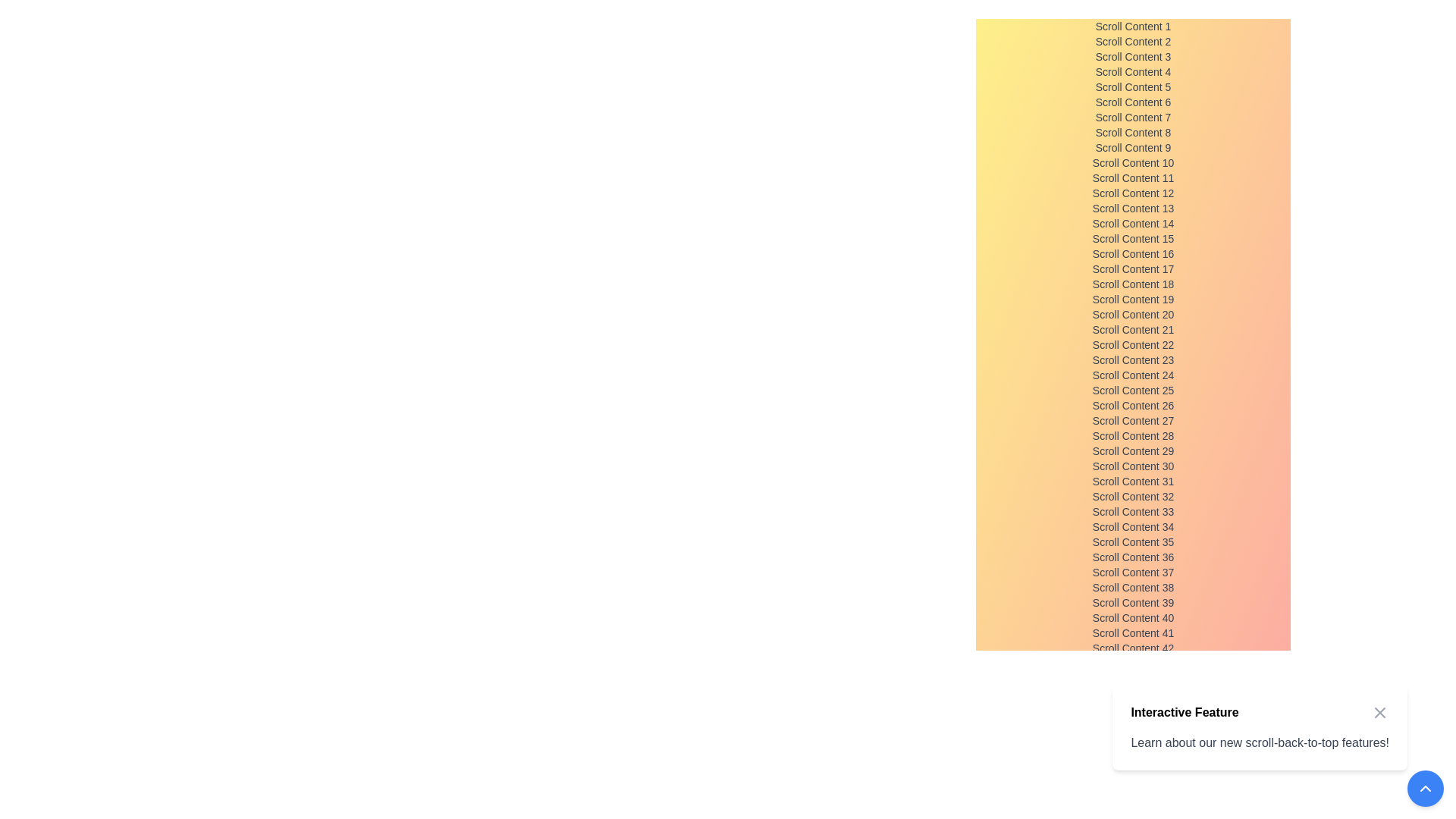 The image size is (1456, 819). What do you see at coordinates (1133, 421) in the screenshot?
I see `the text label reading 'Scroll Content 27', which is styled in dark gray and positioned in a vertical list at the 27th position` at bounding box center [1133, 421].